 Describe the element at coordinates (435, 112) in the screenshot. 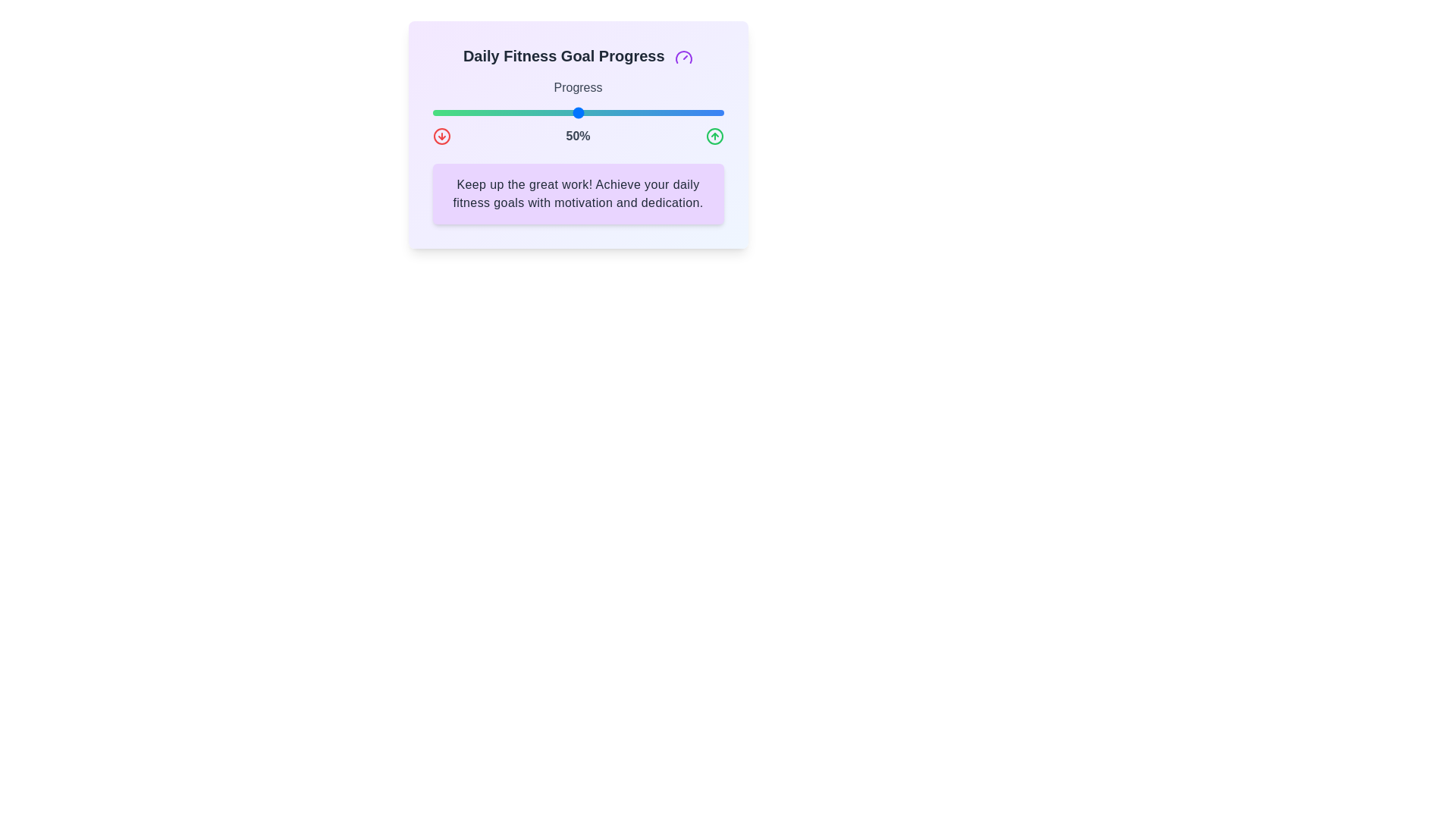

I see `the slider to set the progress to 1%` at that location.